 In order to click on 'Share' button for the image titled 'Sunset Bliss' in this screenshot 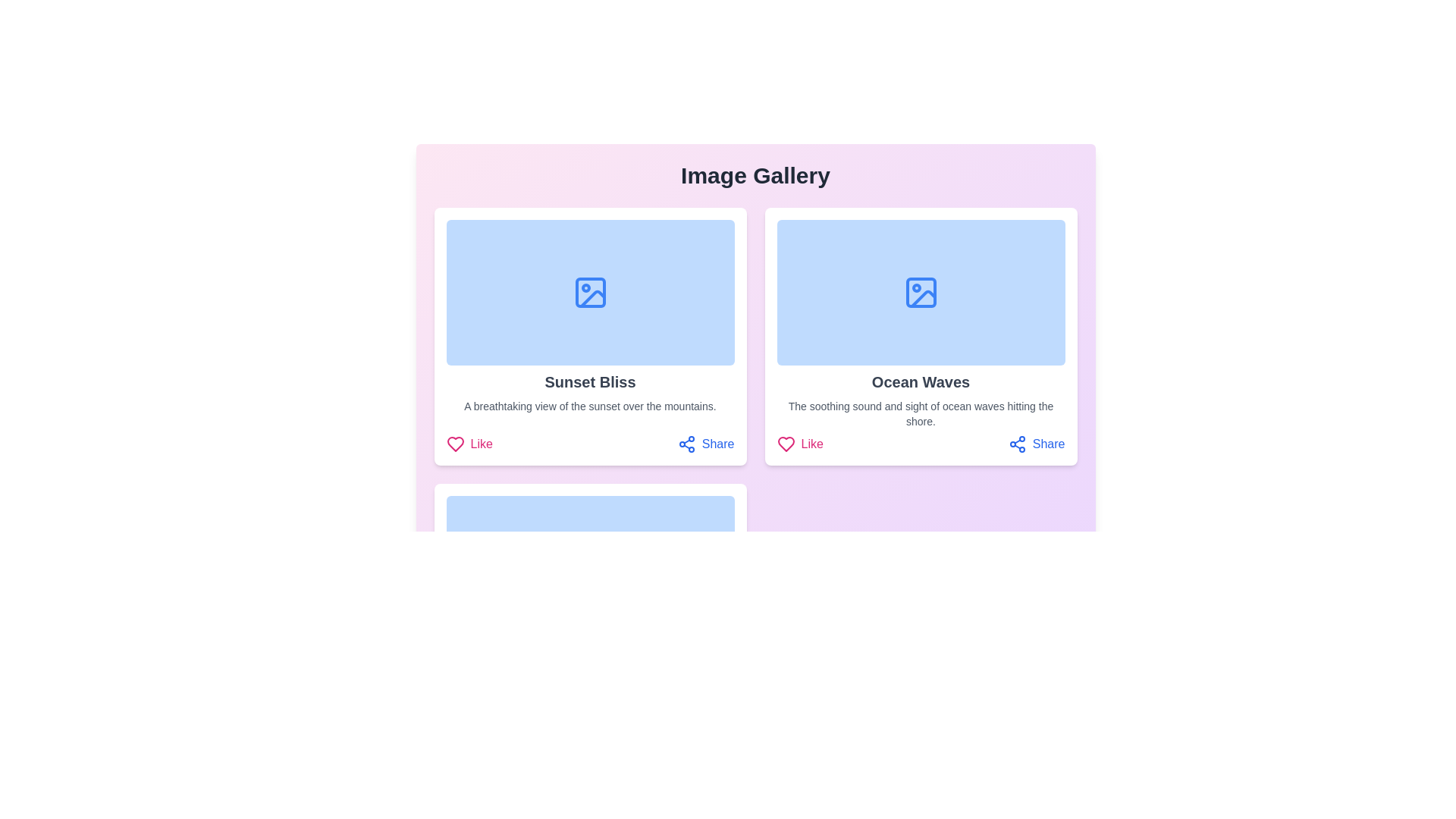, I will do `click(705, 444)`.